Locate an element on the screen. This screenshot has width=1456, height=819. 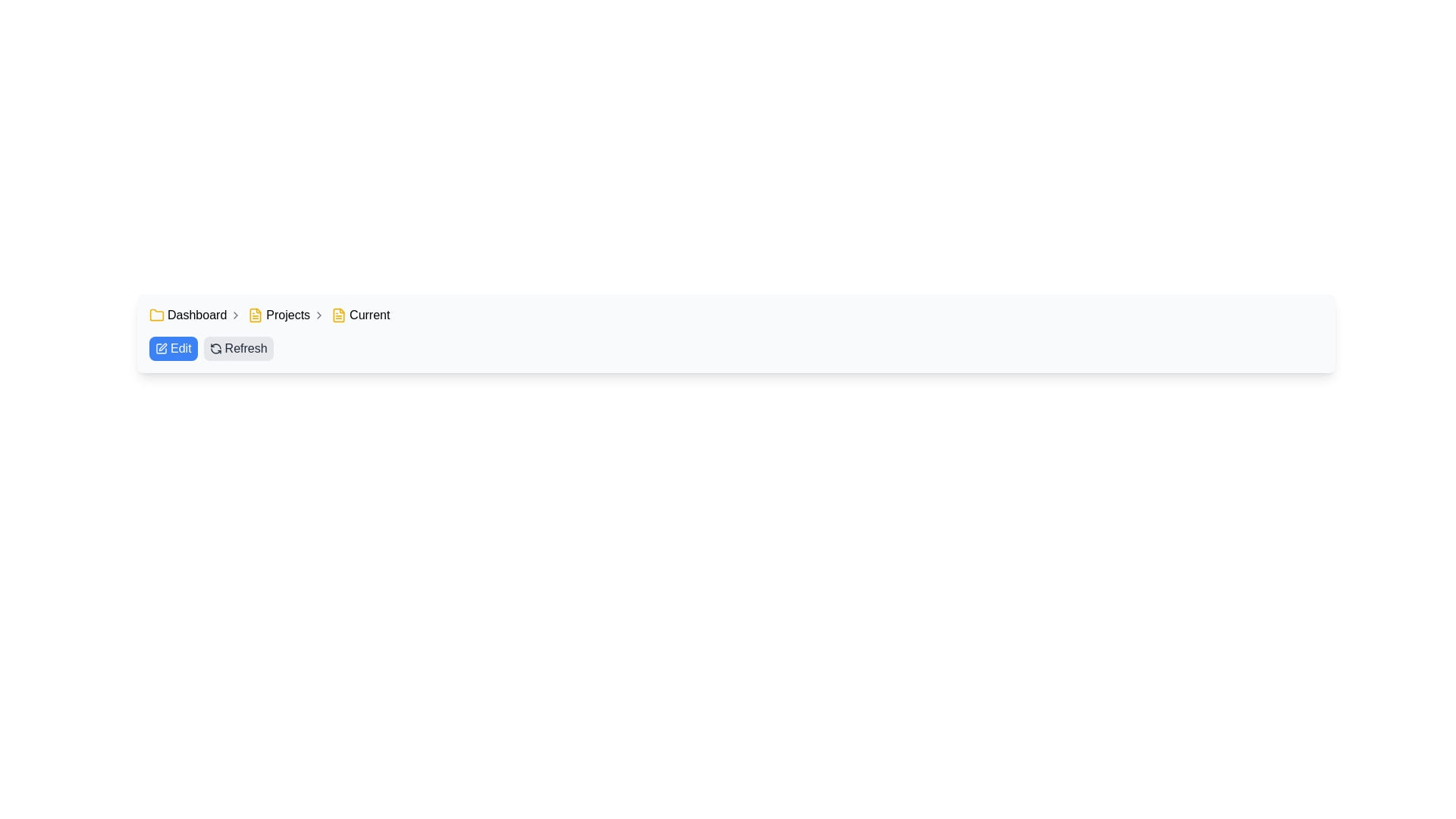
the yellow folder icon representing the Dashboard section, located to the far left of the navigation breadcrumb bar is located at coordinates (156, 315).